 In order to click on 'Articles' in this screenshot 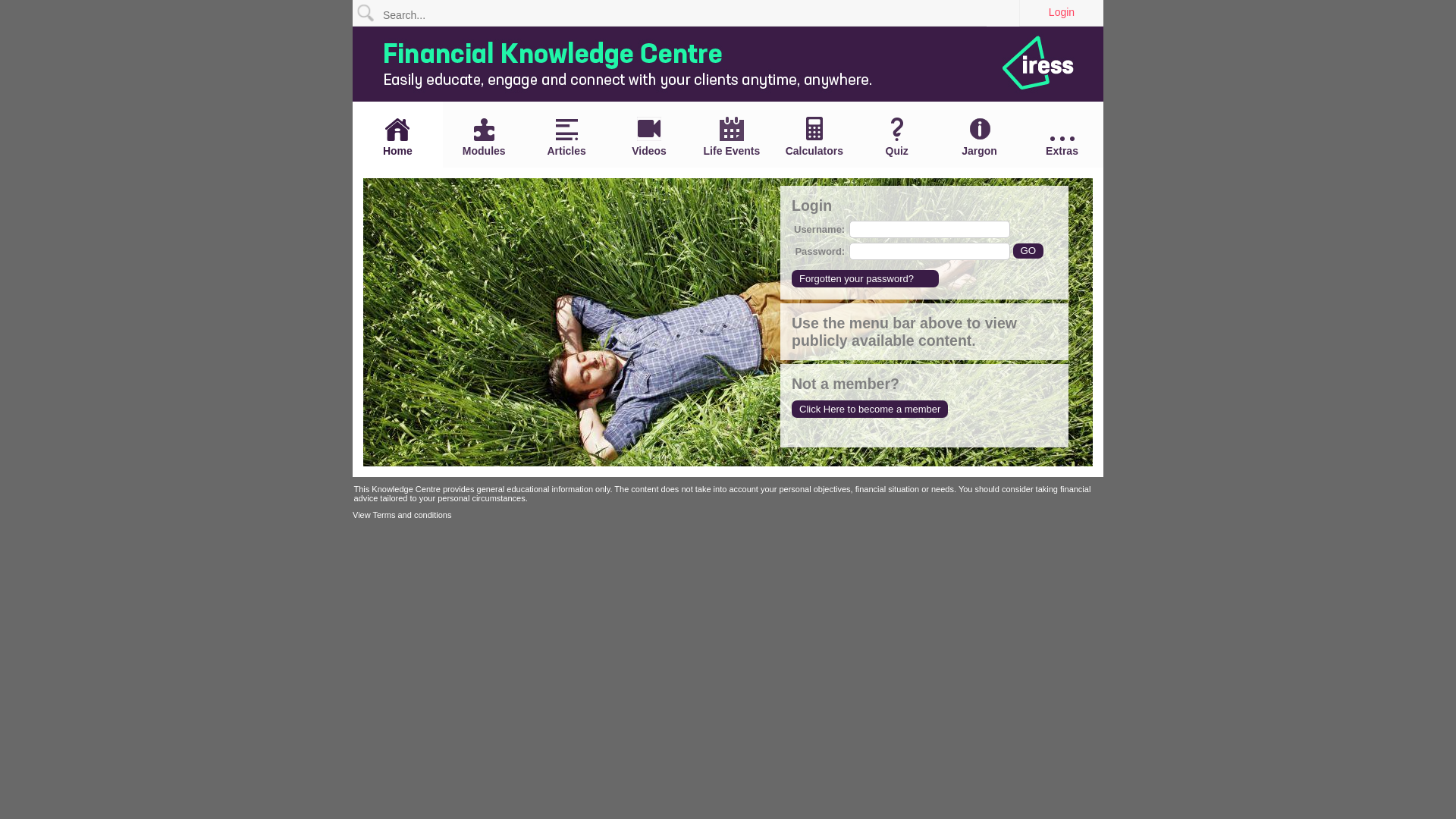, I will do `click(525, 137)`.